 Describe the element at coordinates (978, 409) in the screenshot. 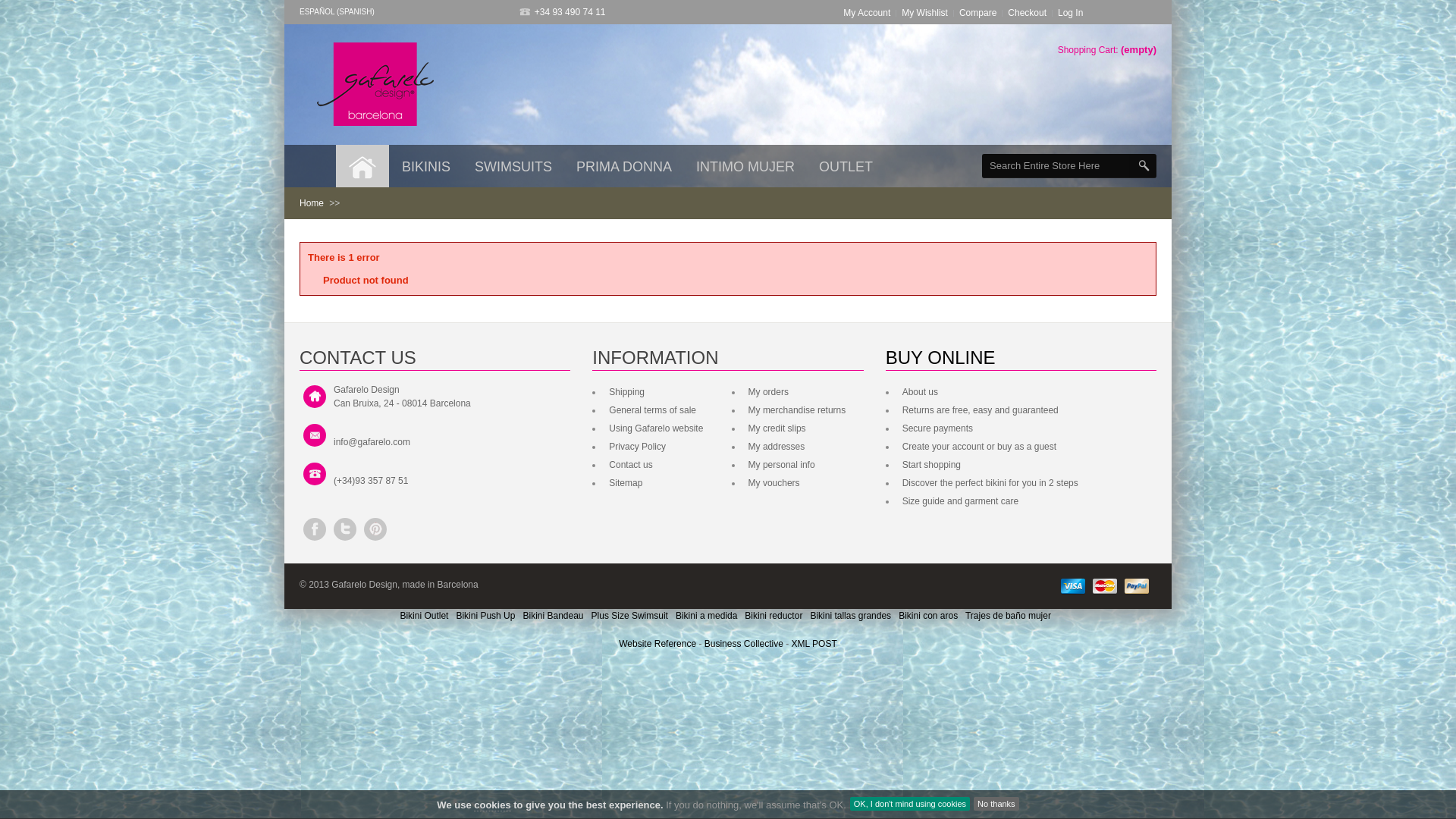

I see `'Returns are free, easy and guaranteed'` at that location.